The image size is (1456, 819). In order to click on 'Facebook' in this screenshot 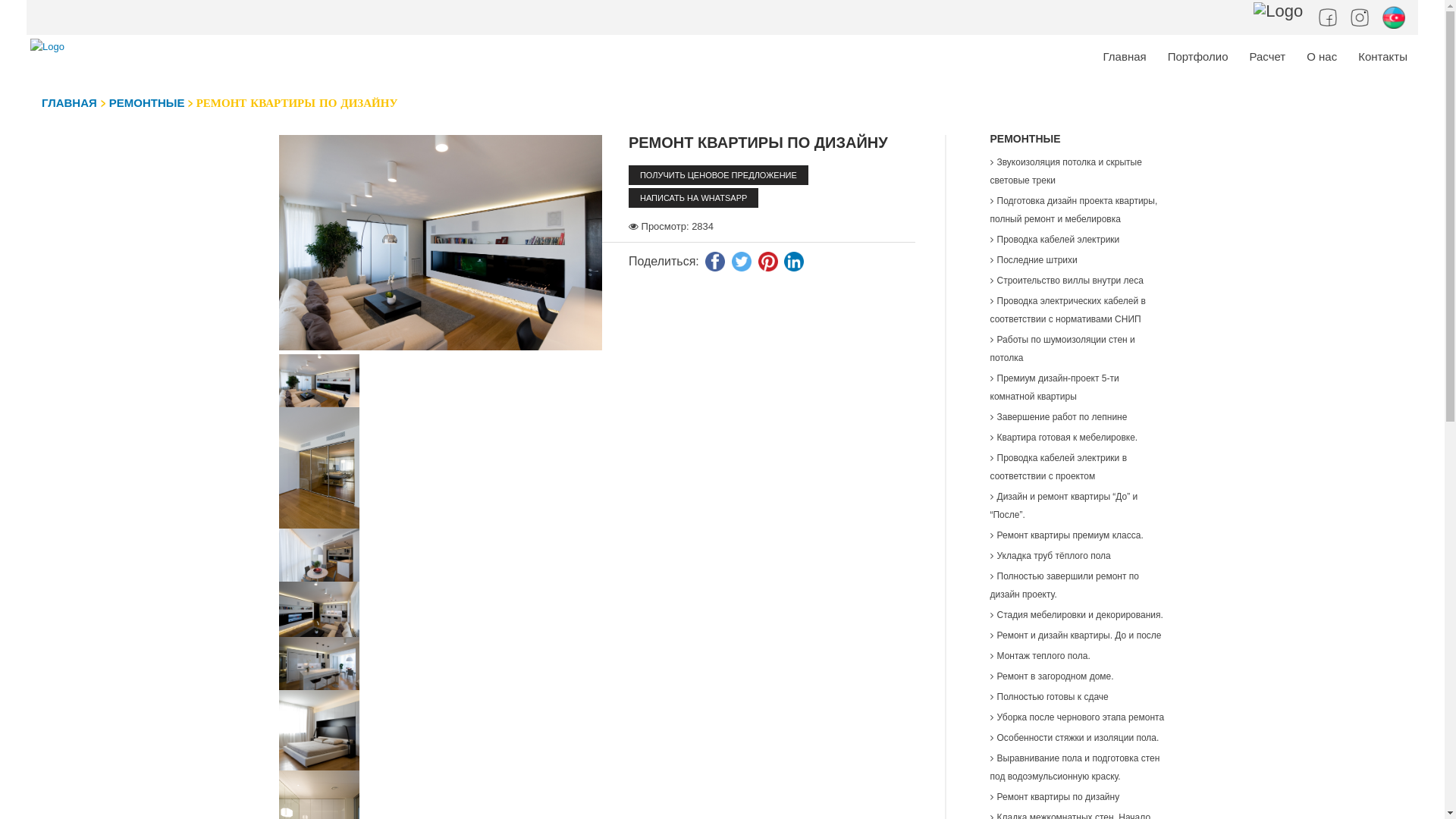, I will do `click(1329, 14)`.